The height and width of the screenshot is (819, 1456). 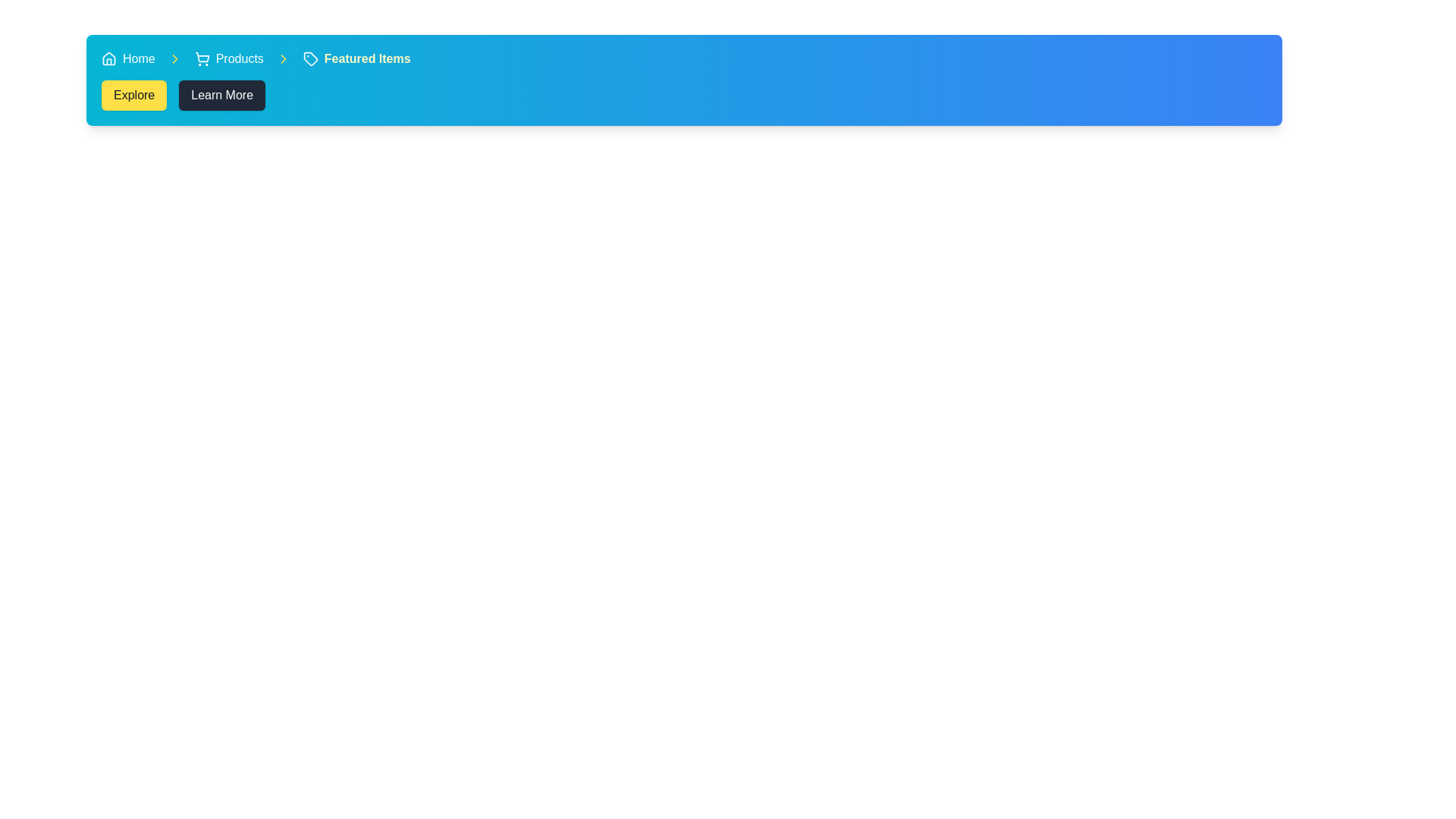 What do you see at coordinates (356, 58) in the screenshot?
I see `the 'Featured Items' breadcrumb navigation text` at bounding box center [356, 58].